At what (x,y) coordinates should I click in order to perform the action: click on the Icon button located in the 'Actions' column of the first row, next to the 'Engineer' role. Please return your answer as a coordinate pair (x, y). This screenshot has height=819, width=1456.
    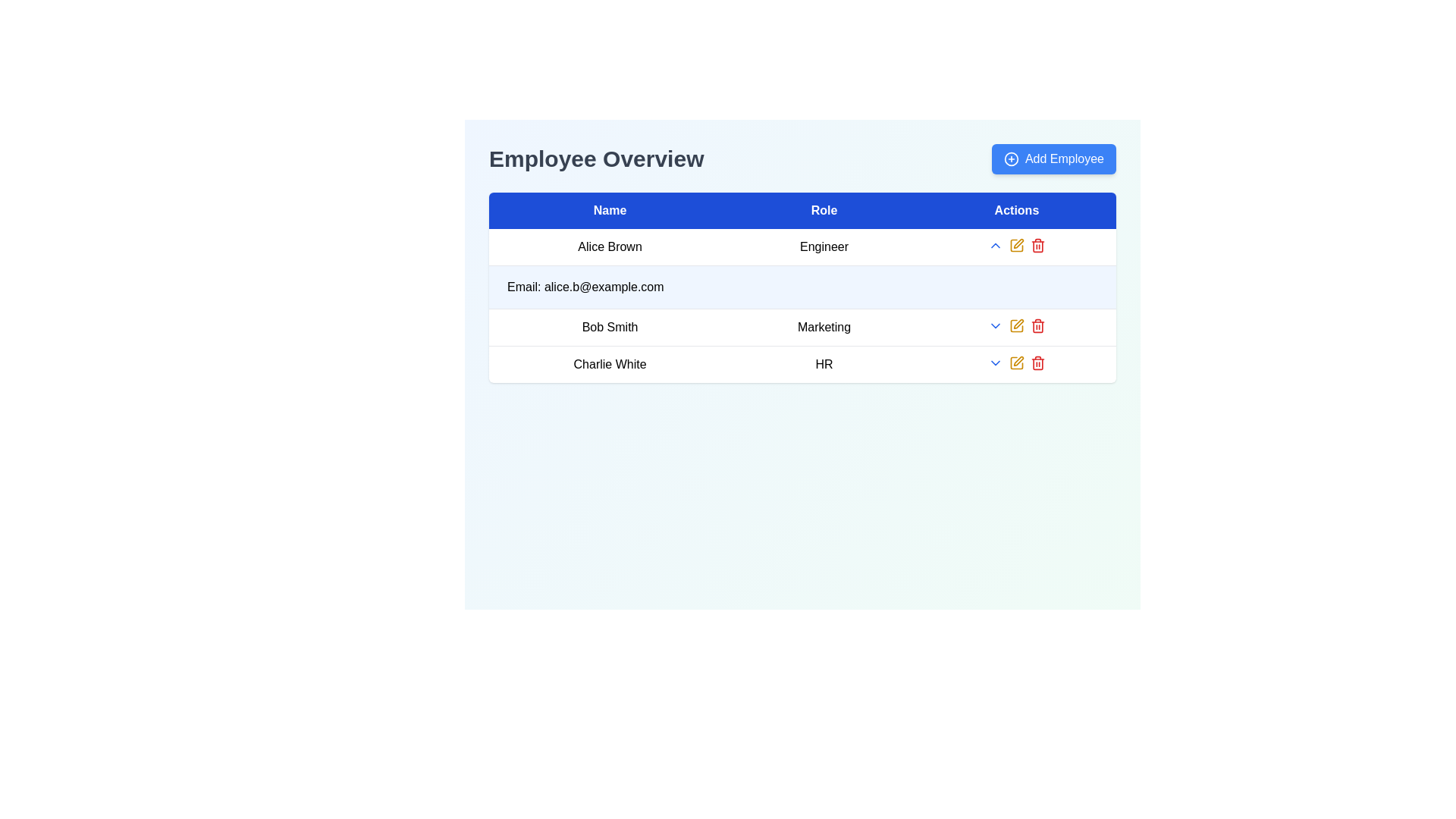
    Looking at the image, I should click on (995, 245).